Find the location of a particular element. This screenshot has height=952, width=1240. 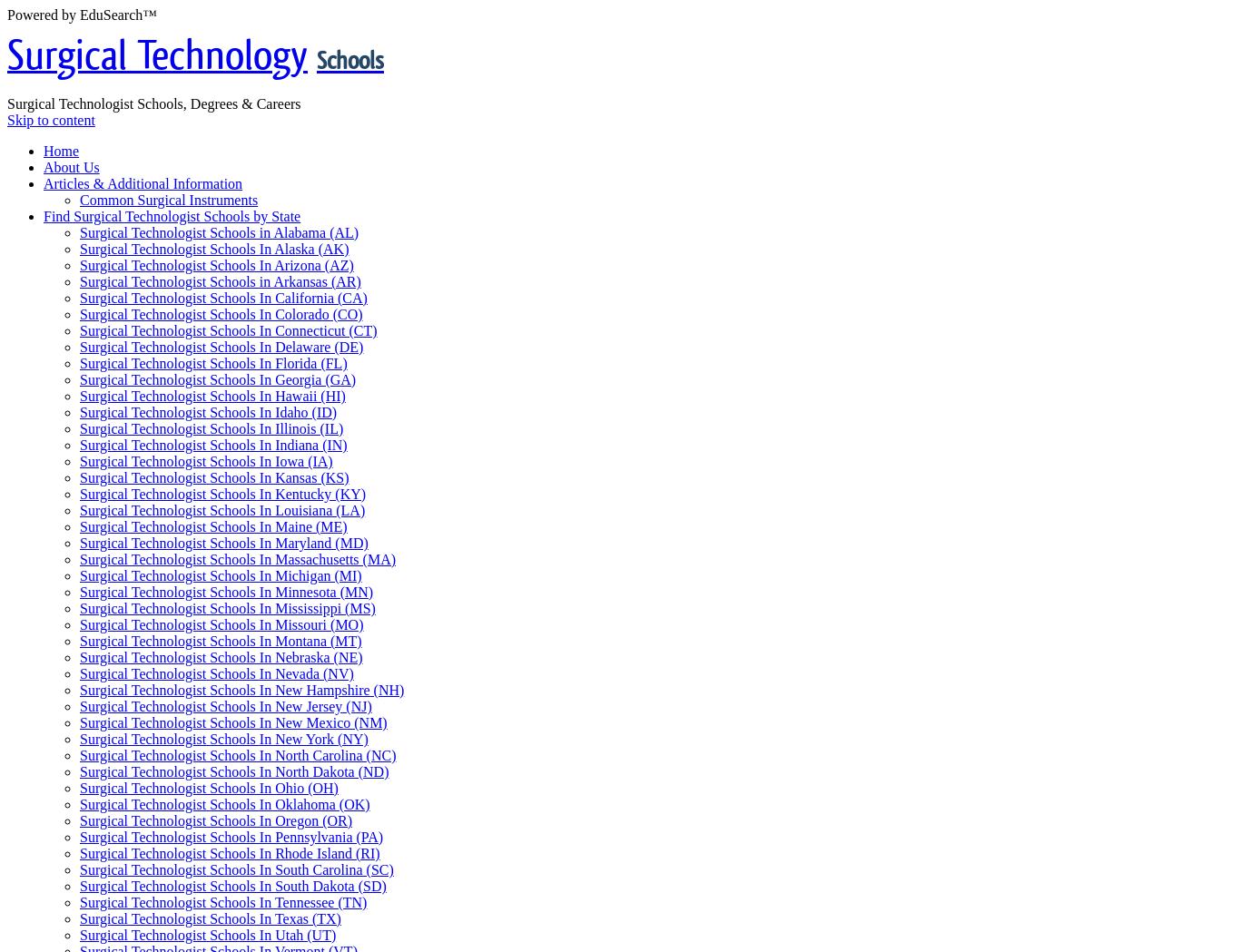

'Surgical Technologist Schools In Kentucky (KY)' is located at coordinates (222, 493).